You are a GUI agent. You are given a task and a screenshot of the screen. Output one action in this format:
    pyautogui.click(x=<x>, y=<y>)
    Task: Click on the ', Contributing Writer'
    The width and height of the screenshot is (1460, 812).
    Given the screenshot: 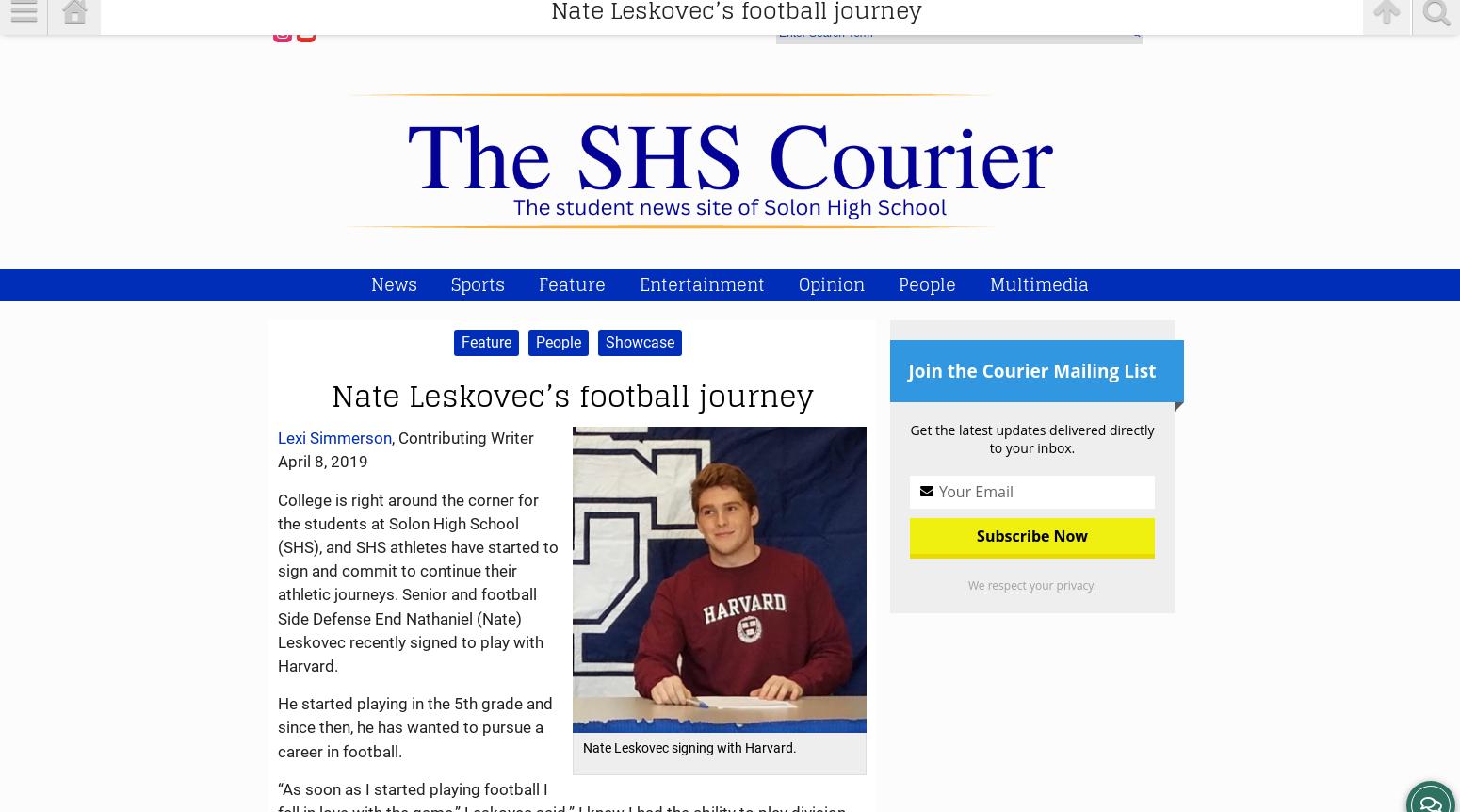 What is the action you would take?
    pyautogui.click(x=462, y=437)
    